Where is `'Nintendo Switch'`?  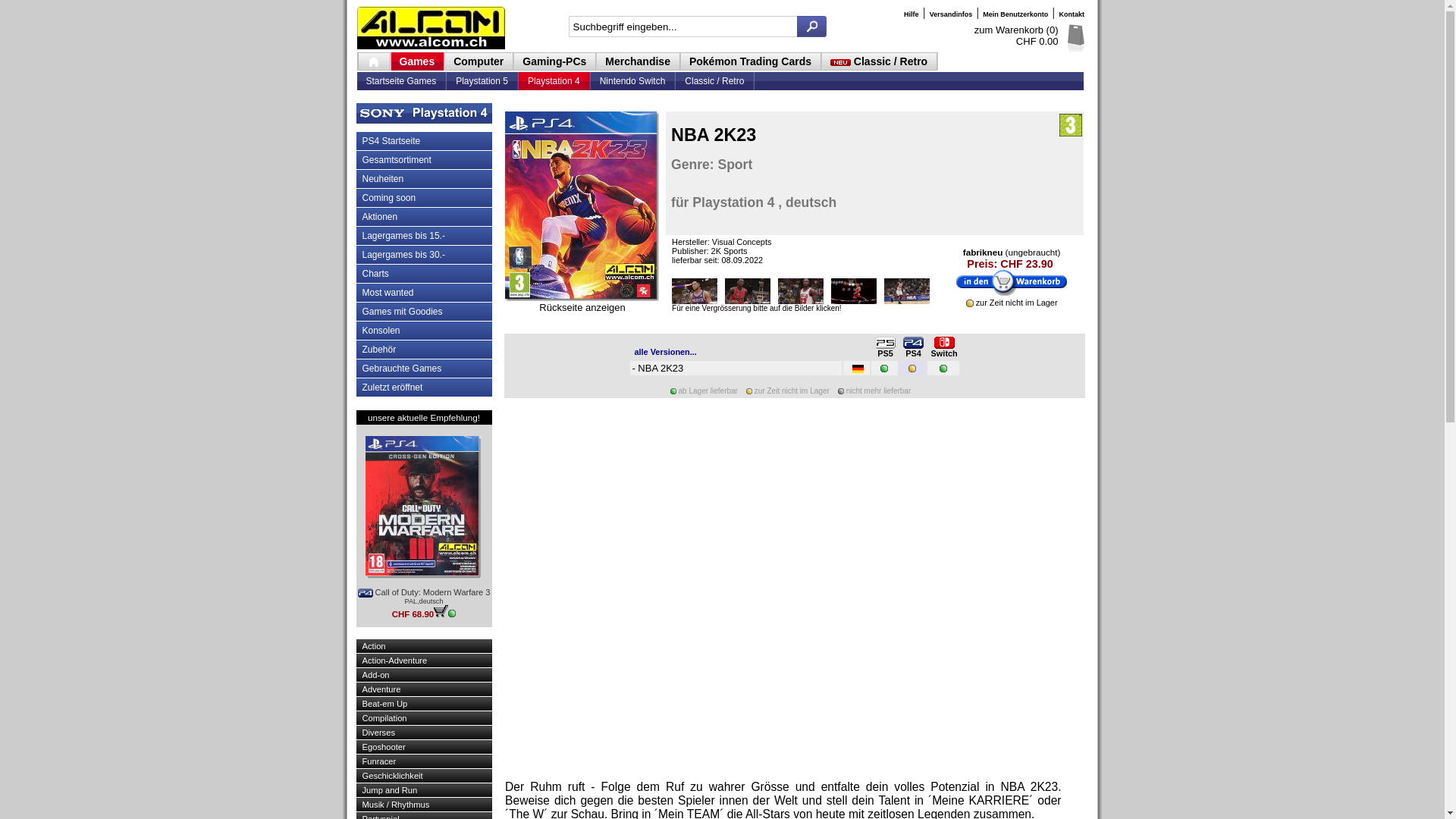 'Nintendo Switch' is located at coordinates (589, 81).